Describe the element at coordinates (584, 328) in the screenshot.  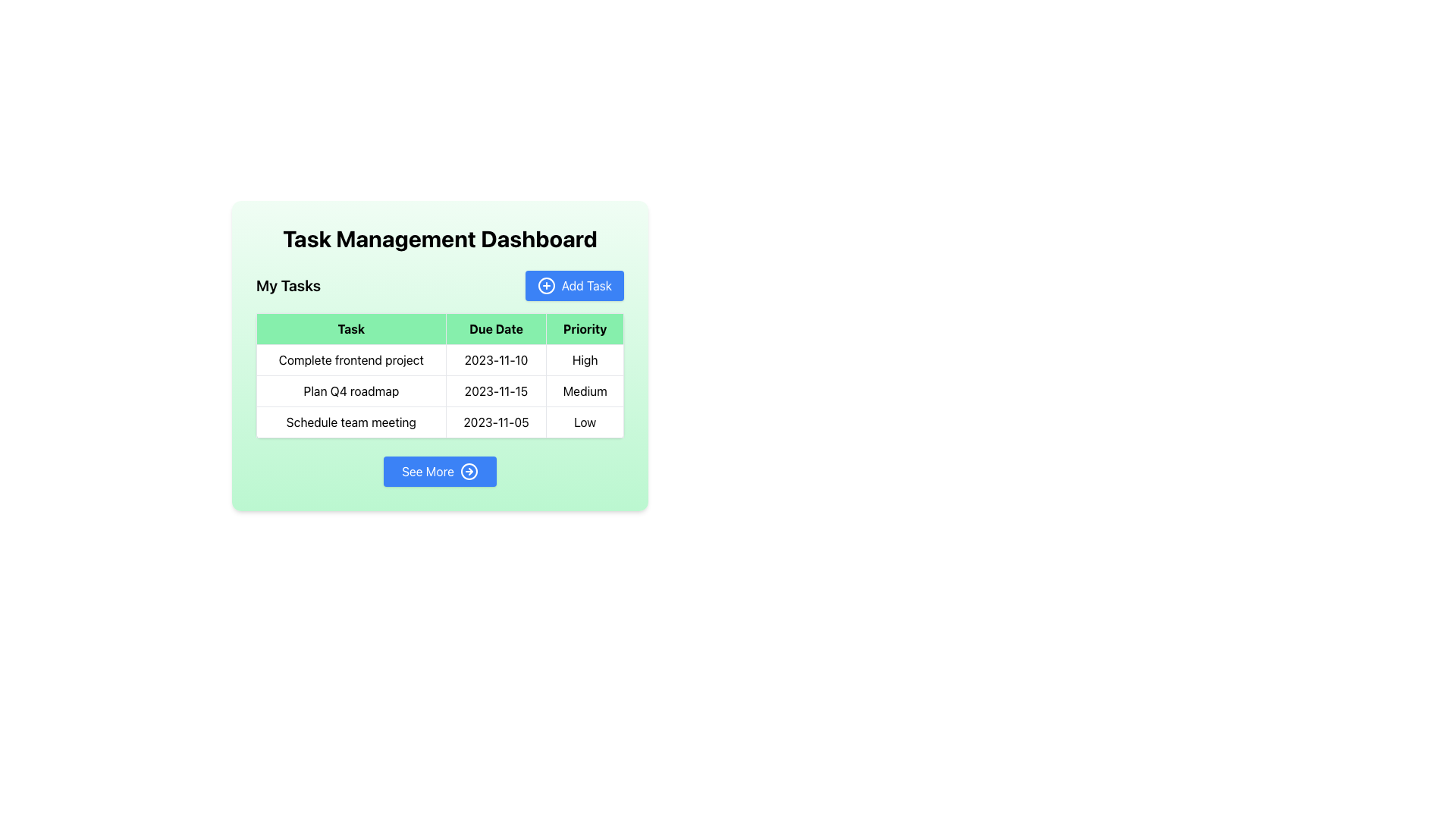
I see `the 'Priority' column header in the Task Management Dashboard, which is the third column header located at the top-right of the table, directly to the right of the 'Due Date' header` at that location.